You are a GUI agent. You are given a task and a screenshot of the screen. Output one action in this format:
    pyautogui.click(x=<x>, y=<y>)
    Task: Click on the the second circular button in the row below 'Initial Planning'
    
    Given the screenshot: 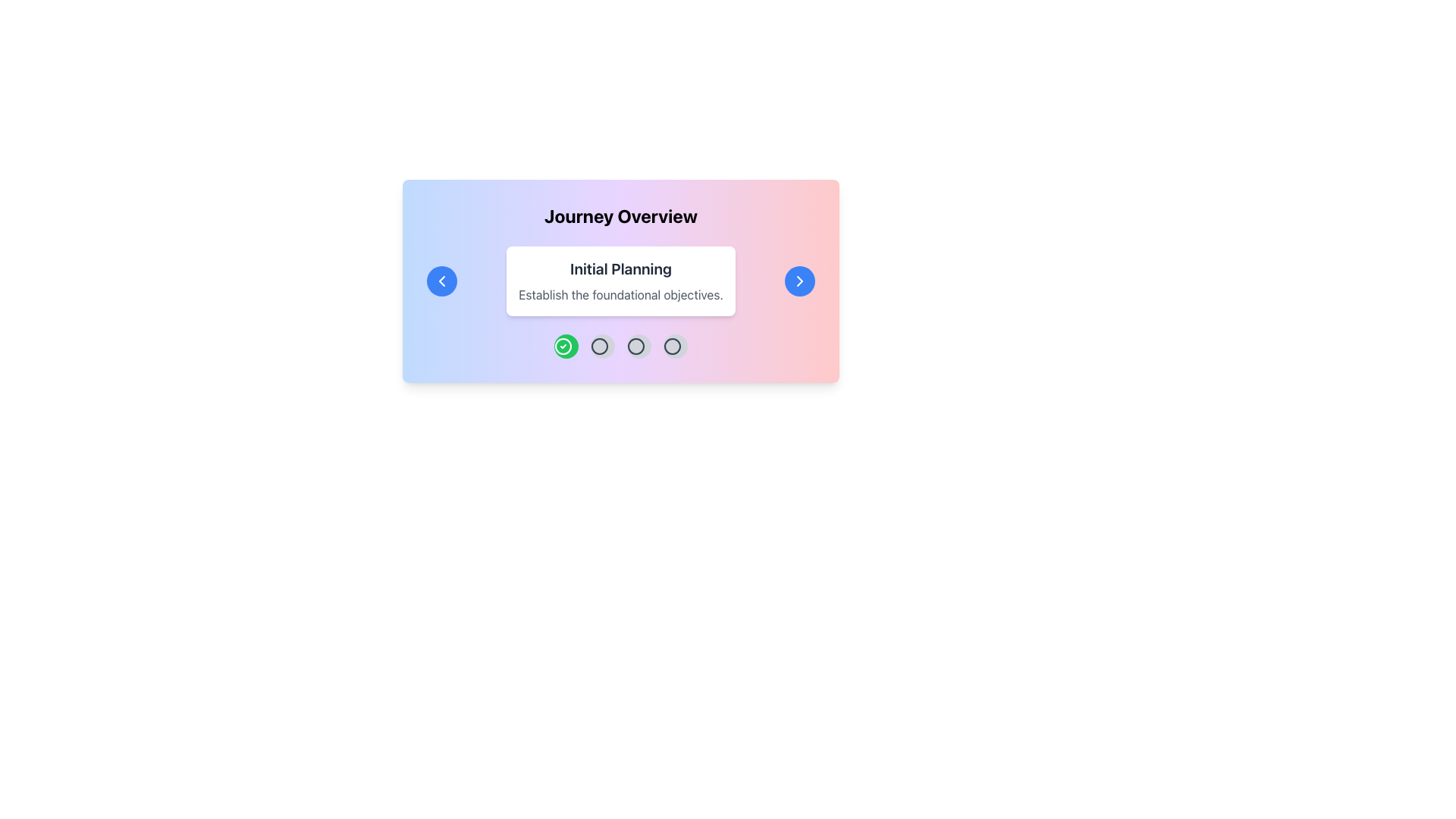 What is the action you would take?
    pyautogui.click(x=599, y=346)
    